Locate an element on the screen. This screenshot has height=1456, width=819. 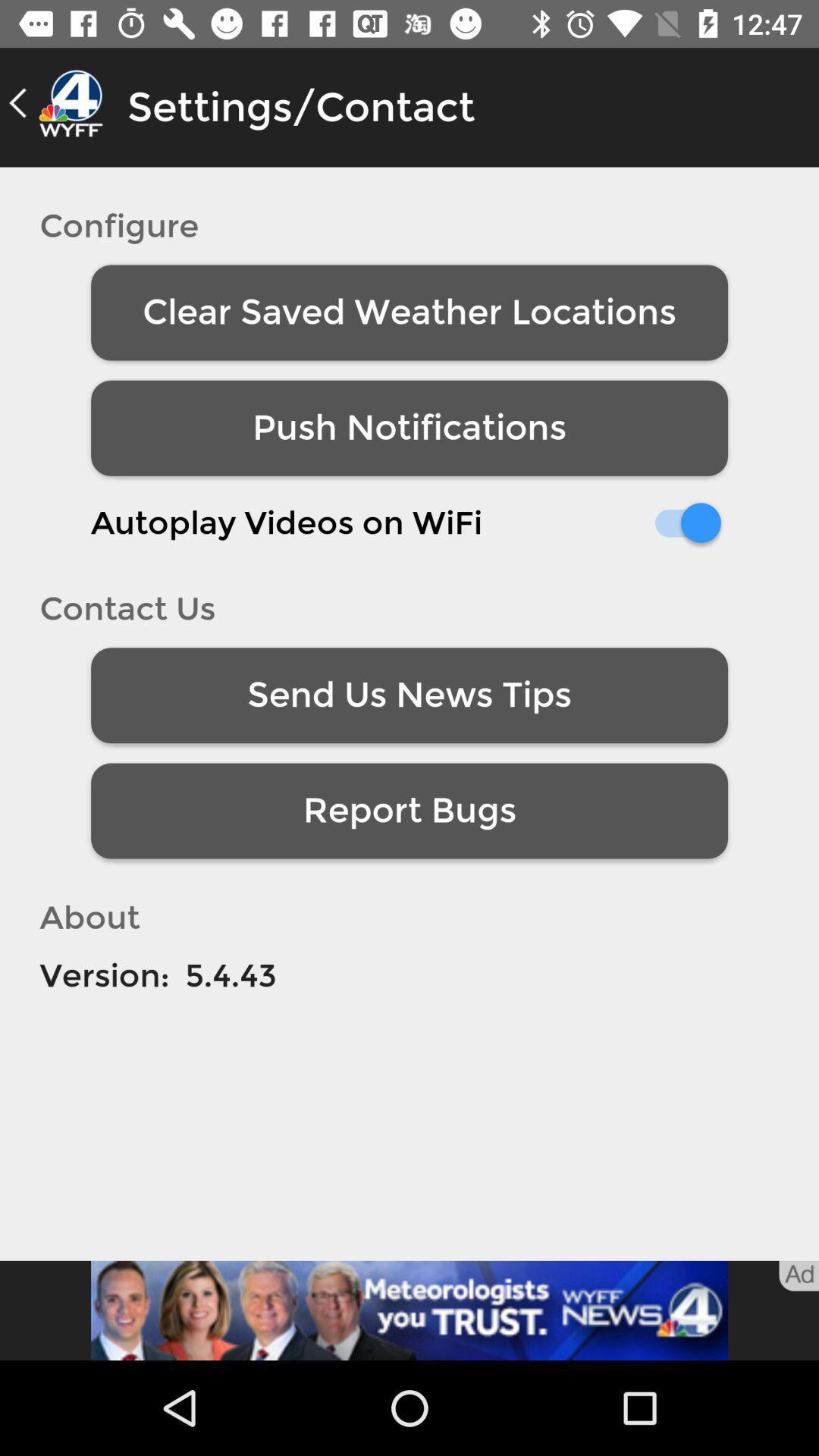
advertised site is located at coordinates (409, 1310).